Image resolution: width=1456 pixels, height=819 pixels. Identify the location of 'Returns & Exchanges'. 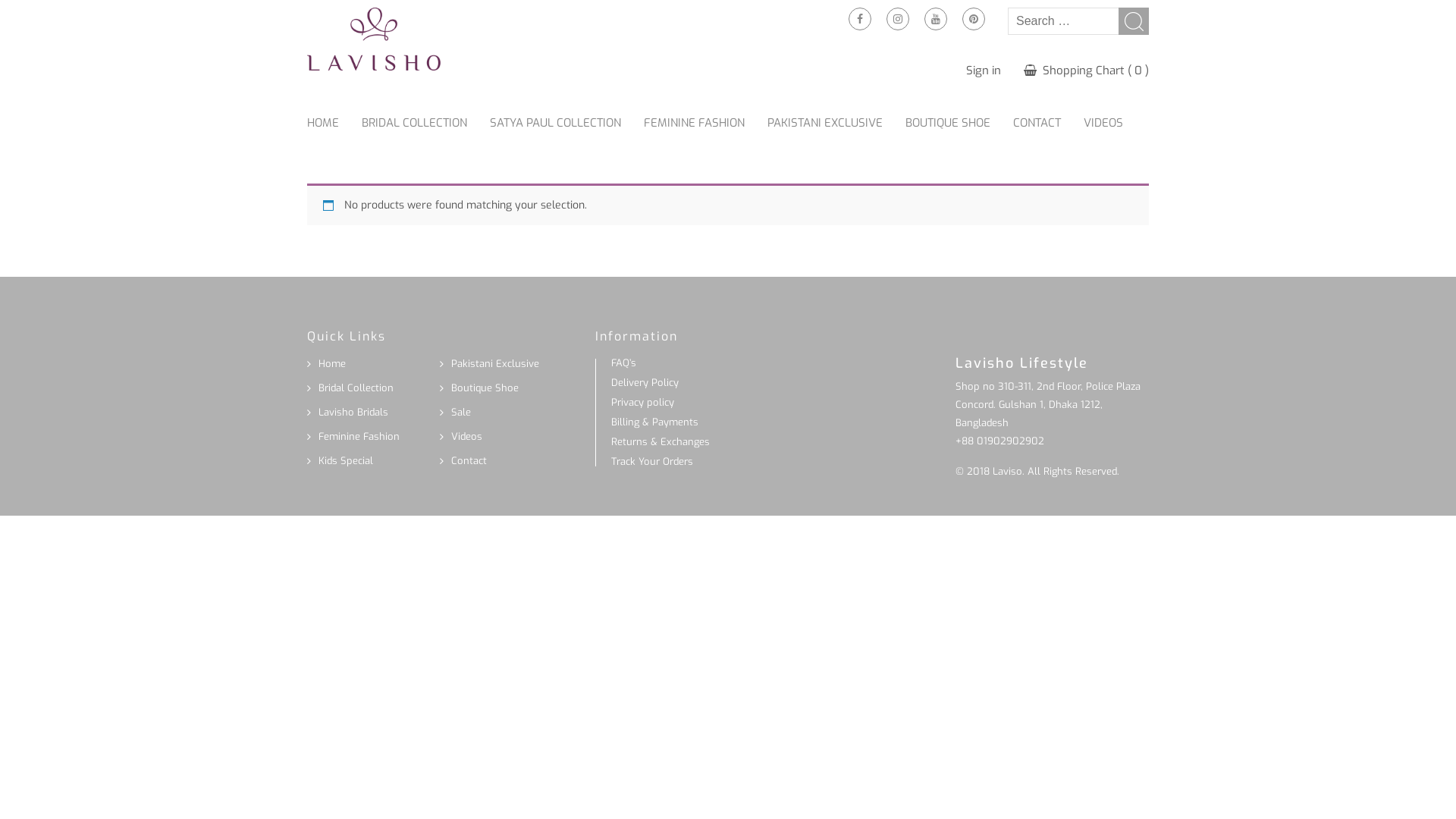
(660, 441).